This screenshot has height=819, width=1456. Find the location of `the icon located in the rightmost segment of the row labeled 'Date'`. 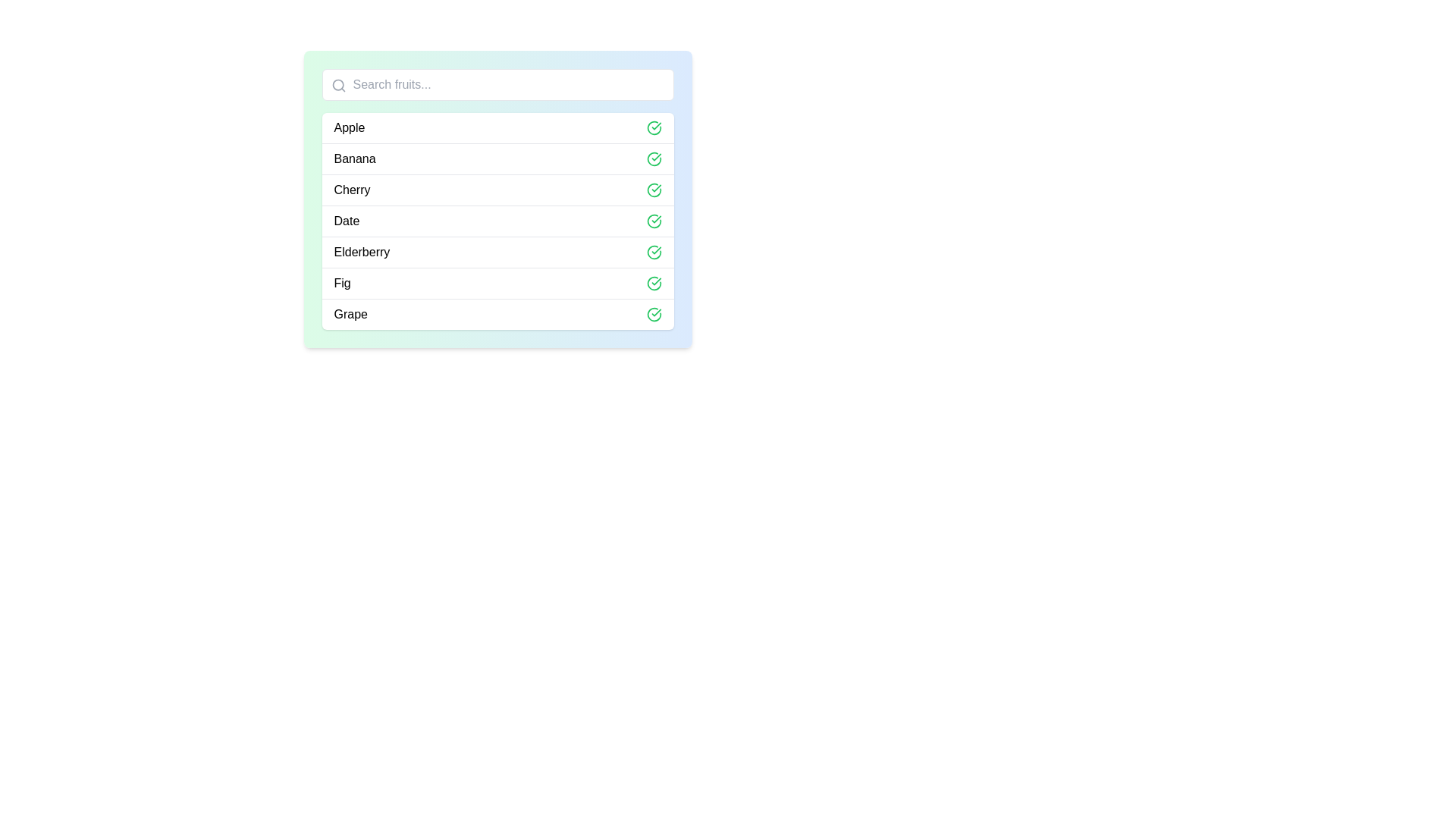

the icon located in the rightmost segment of the row labeled 'Date' is located at coordinates (654, 221).